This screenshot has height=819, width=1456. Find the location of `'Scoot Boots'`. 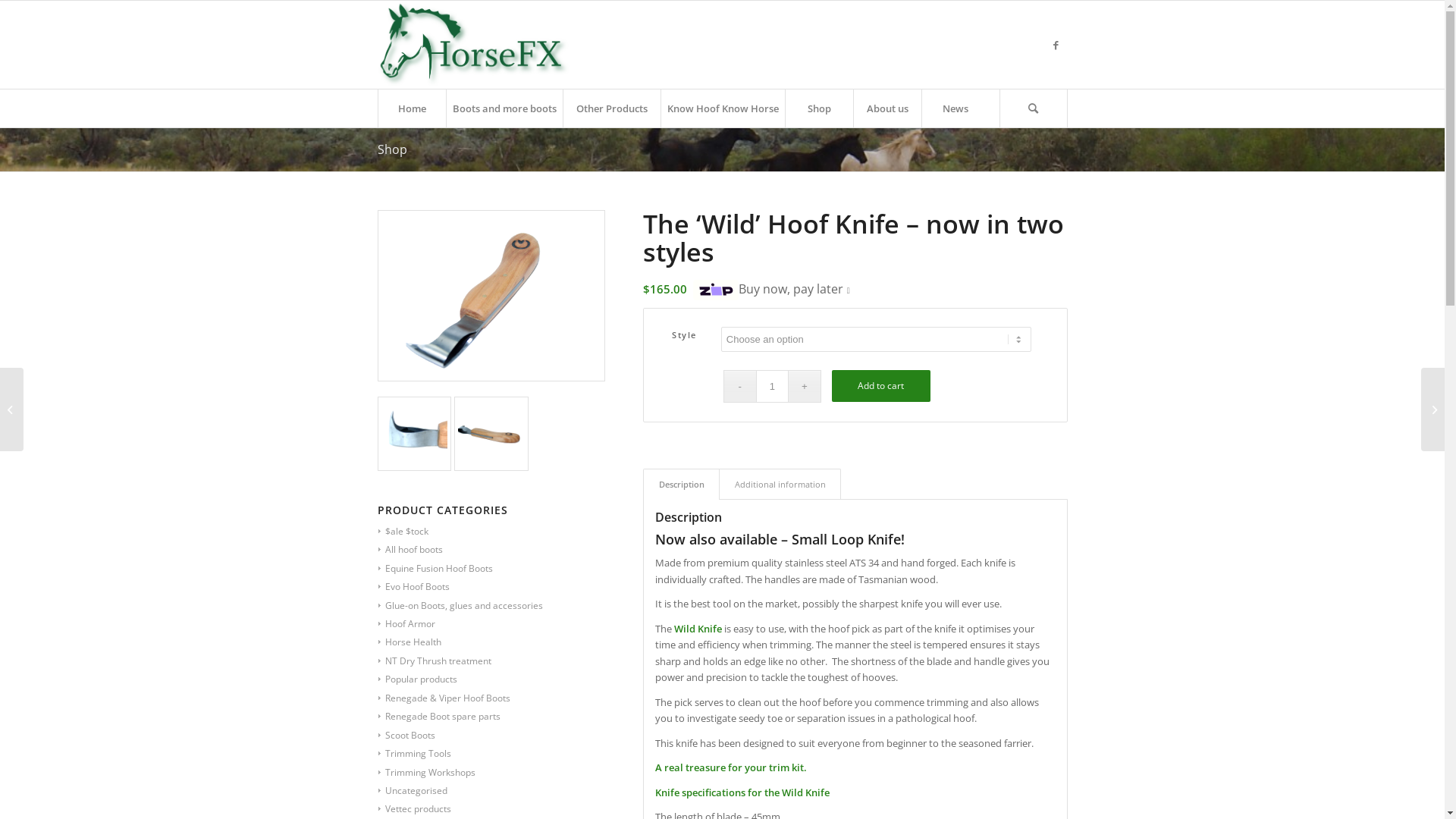

'Scoot Boots' is located at coordinates (406, 734).